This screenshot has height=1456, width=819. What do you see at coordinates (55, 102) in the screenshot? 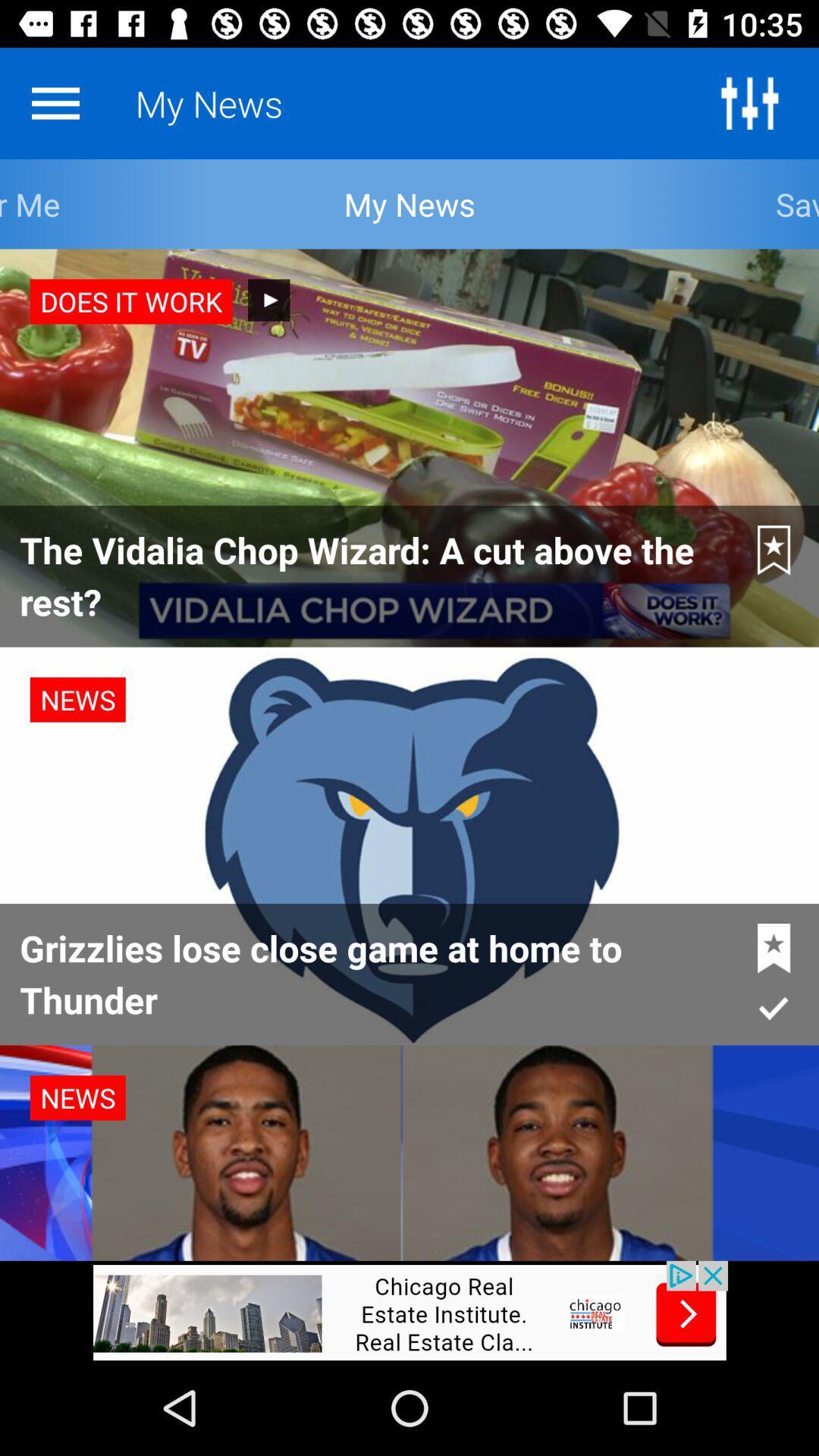
I see `open menu` at bounding box center [55, 102].